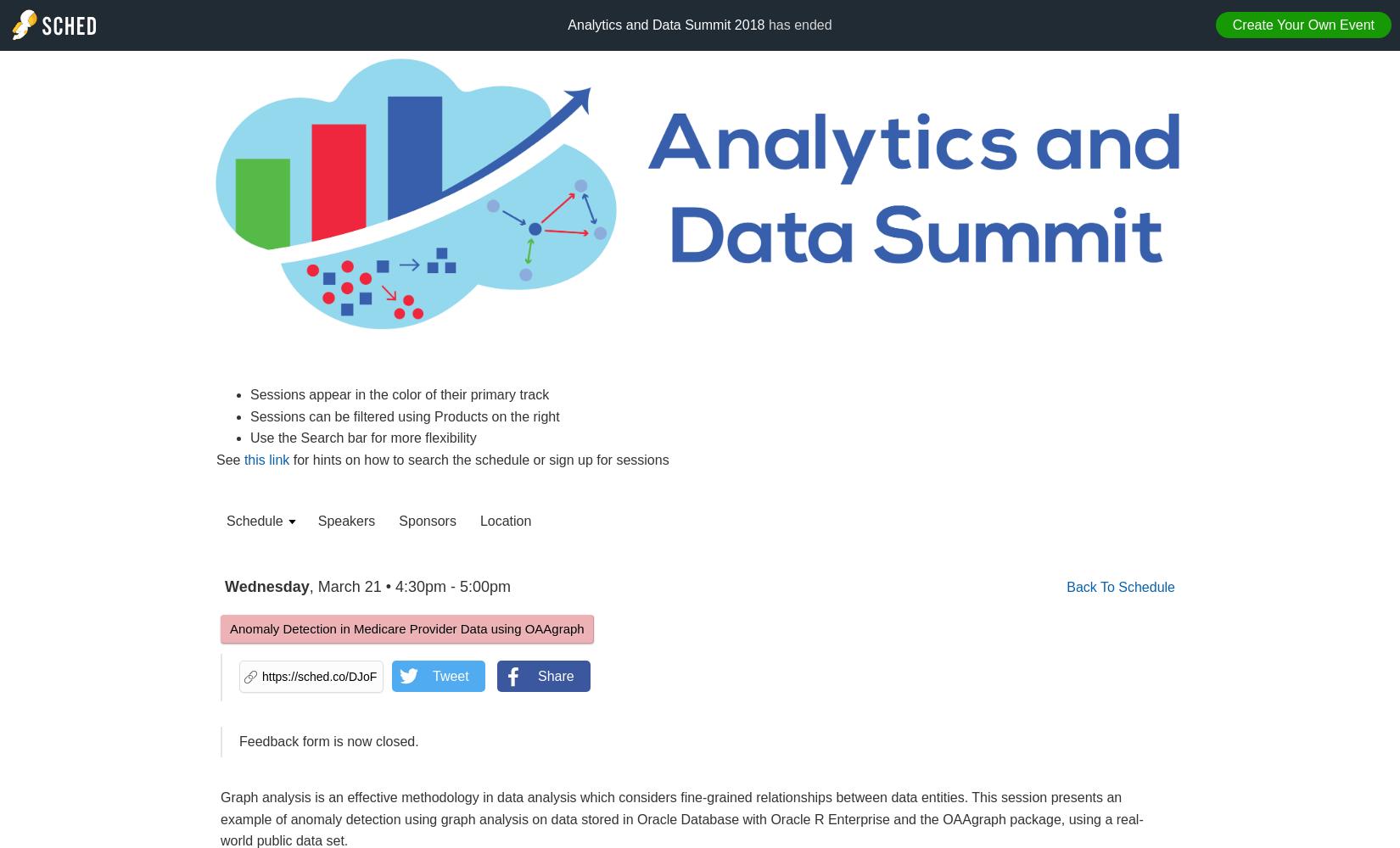 This screenshot has height=848, width=1400. I want to click on 'Analytics and Data Summit 2018', so click(665, 25).